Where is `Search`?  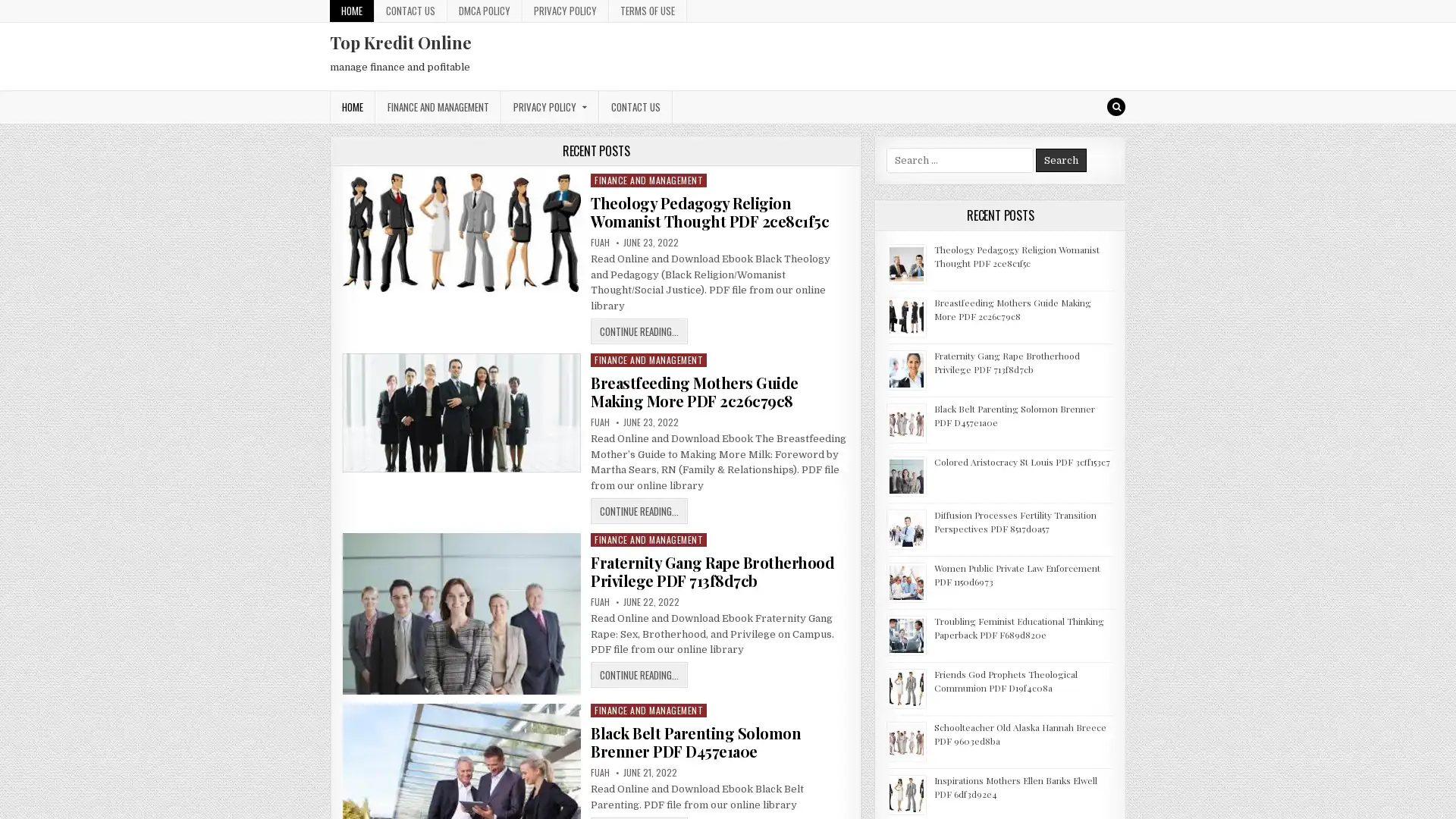 Search is located at coordinates (1060, 160).